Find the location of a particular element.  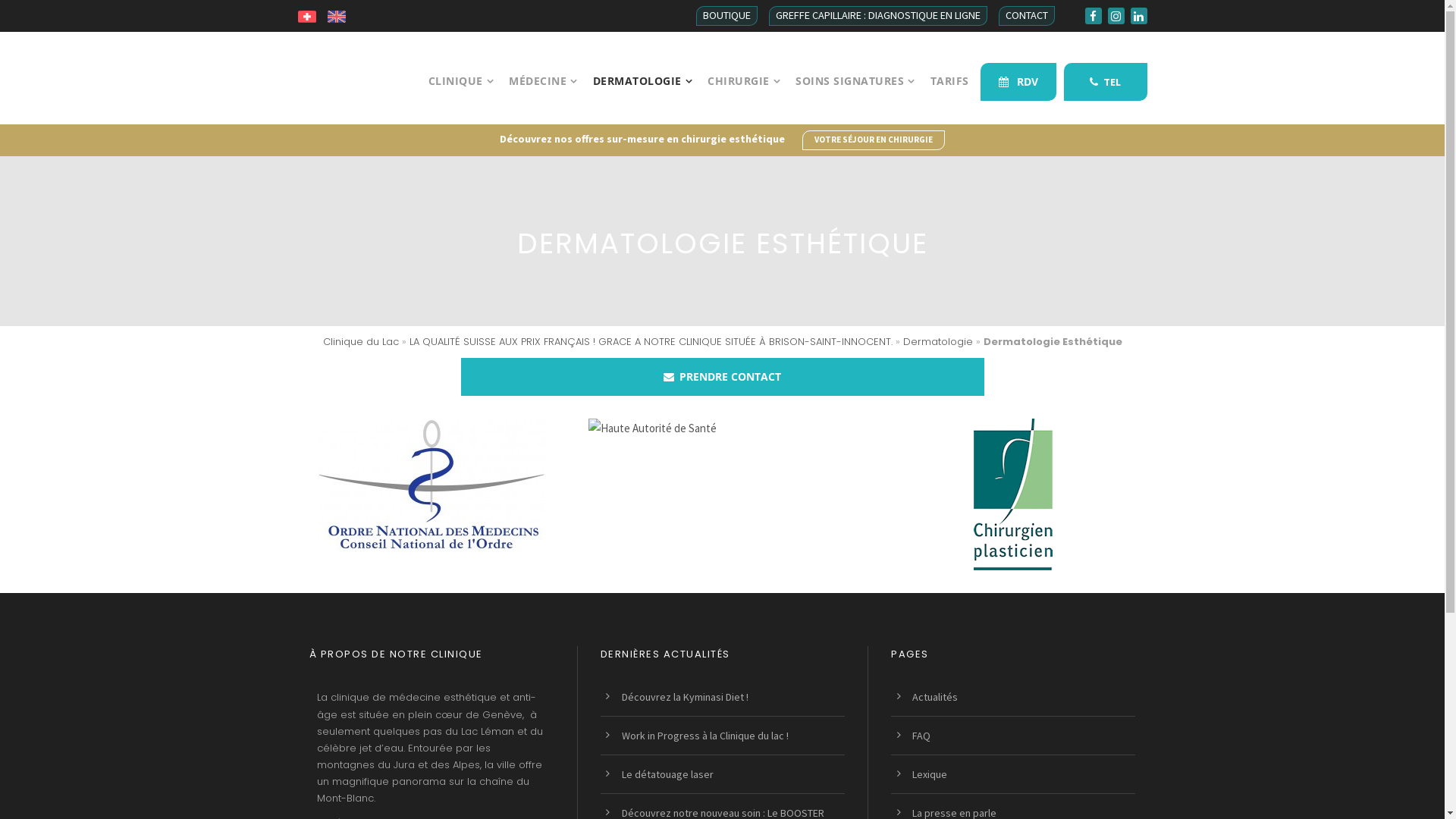

'CHIRURGIE' is located at coordinates (743, 99).